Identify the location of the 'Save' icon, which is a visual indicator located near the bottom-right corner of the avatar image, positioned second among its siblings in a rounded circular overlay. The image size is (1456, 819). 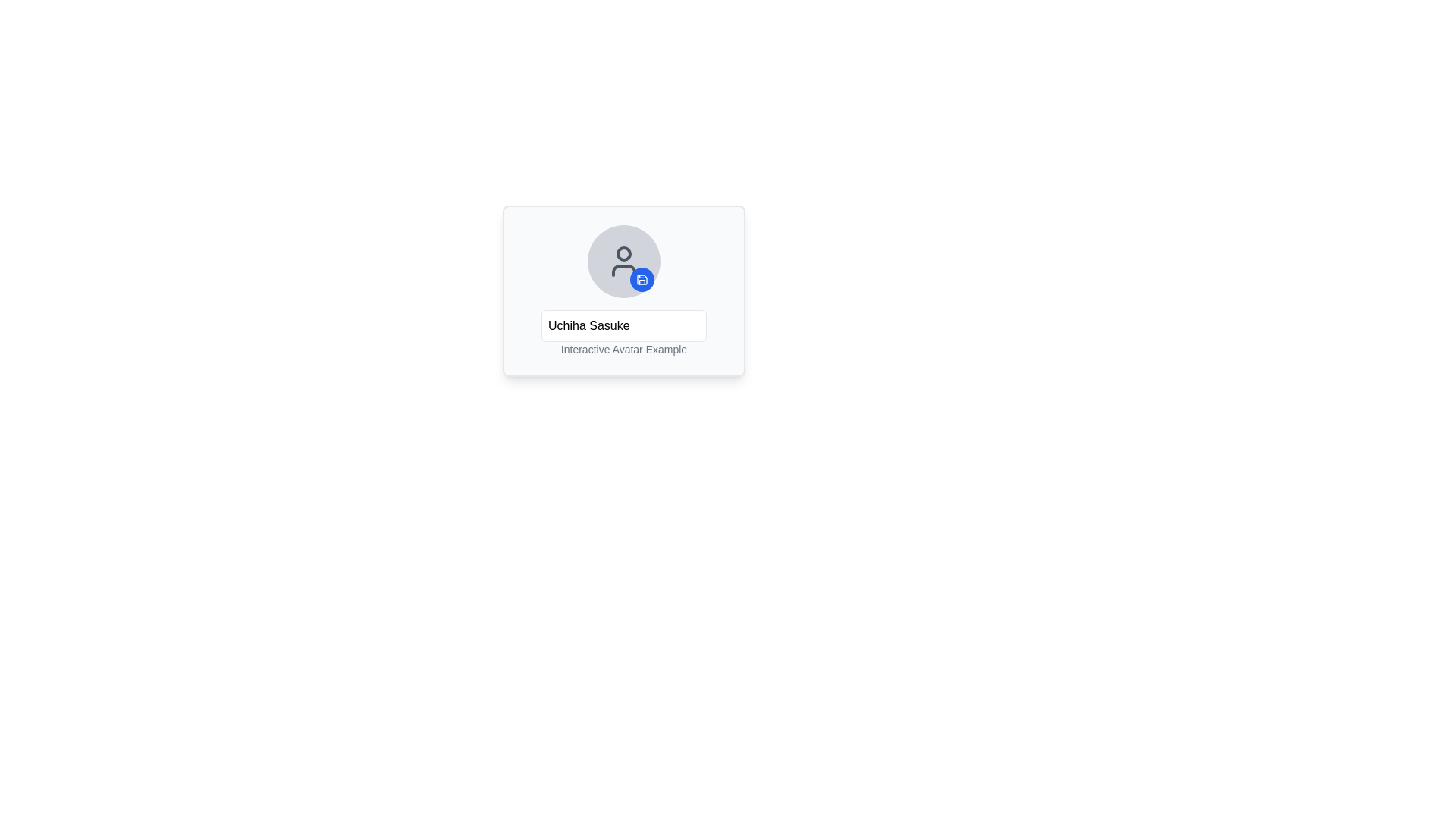
(642, 280).